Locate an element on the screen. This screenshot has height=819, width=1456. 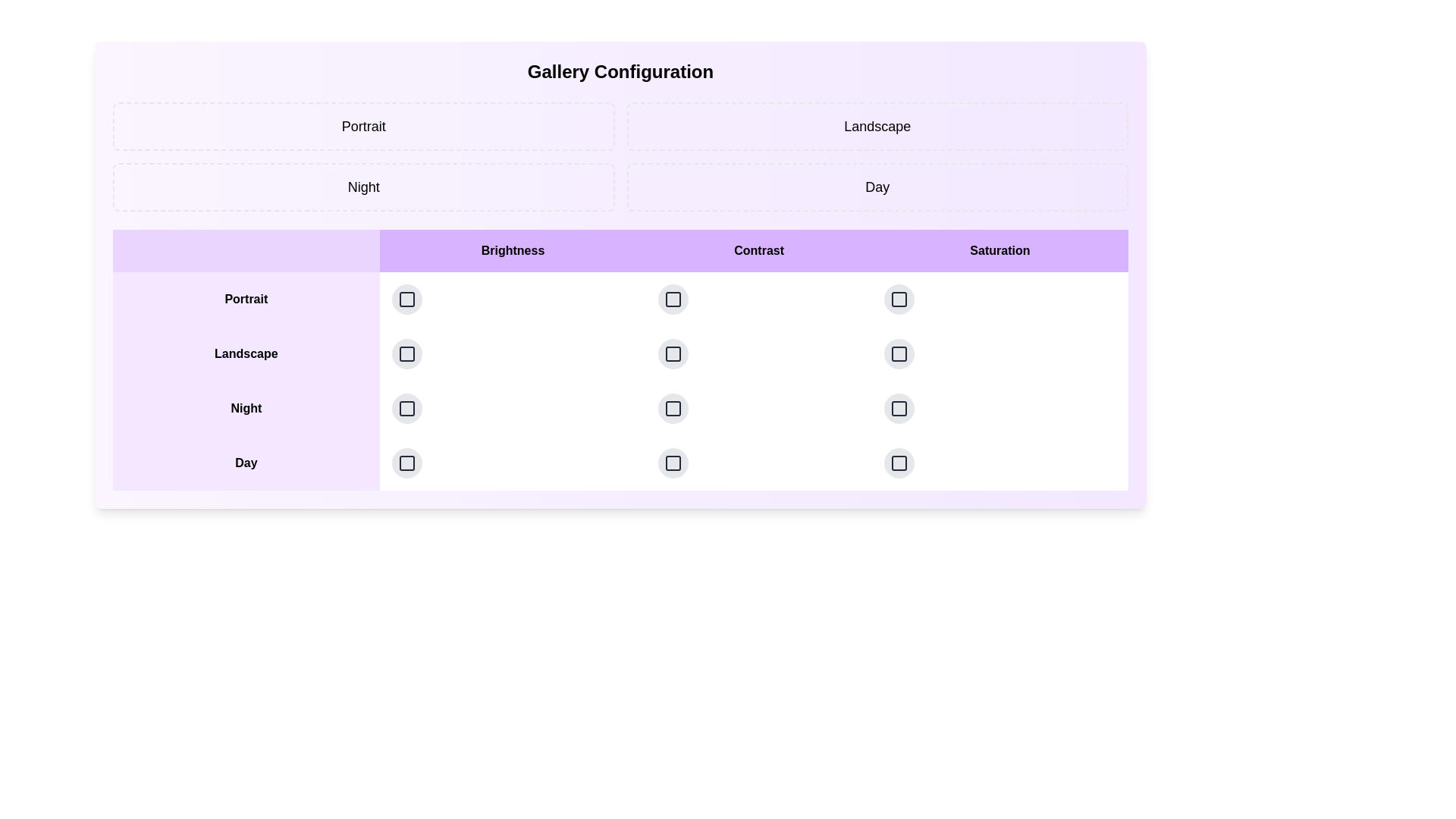
the icon located at the intersection of the 'Saturation' column and the 'Contrast' row is located at coordinates (899, 299).